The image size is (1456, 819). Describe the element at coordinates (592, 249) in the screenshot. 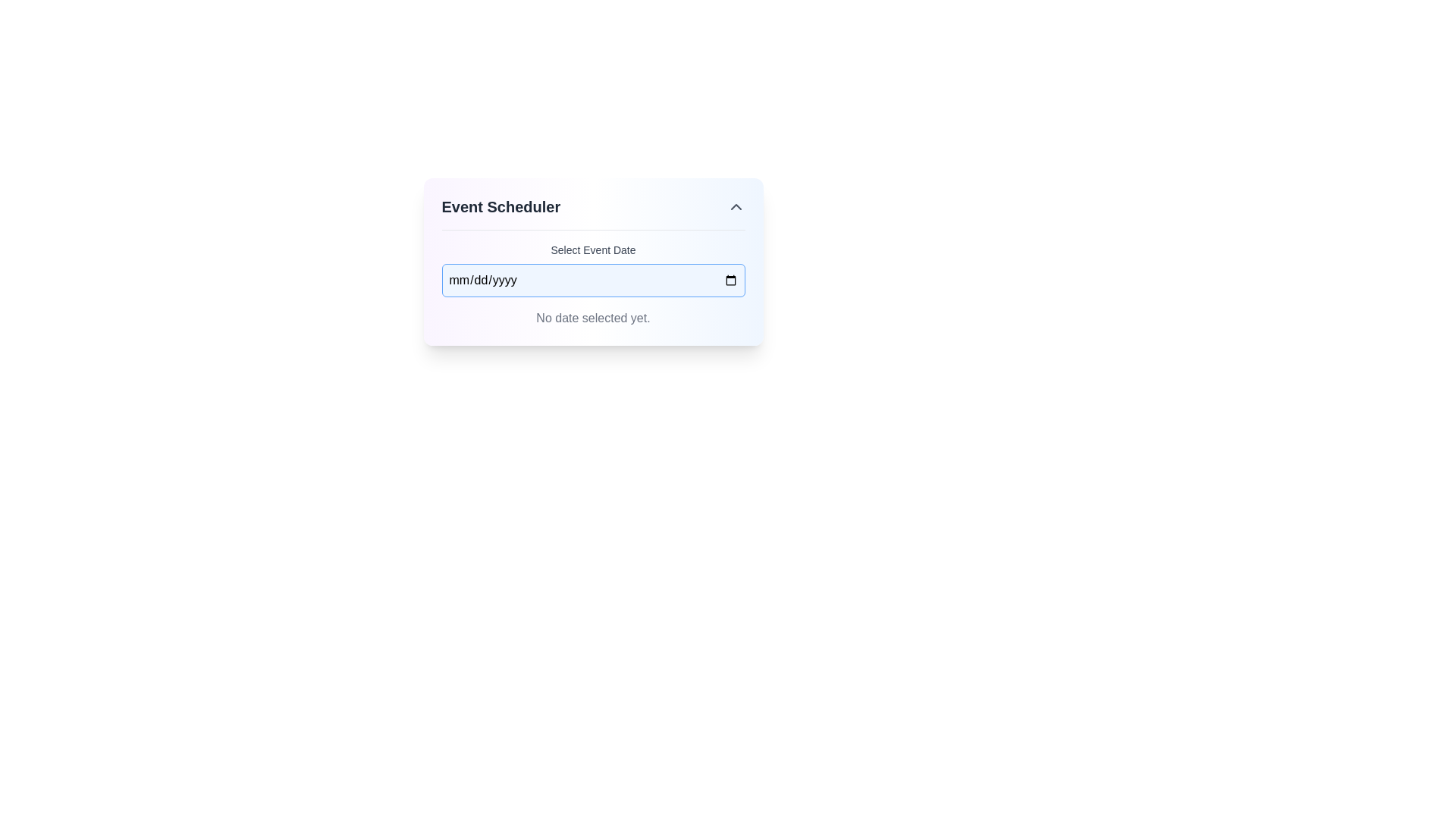

I see `the label that serves as a description for the date input field in the Event Scheduler` at that location.